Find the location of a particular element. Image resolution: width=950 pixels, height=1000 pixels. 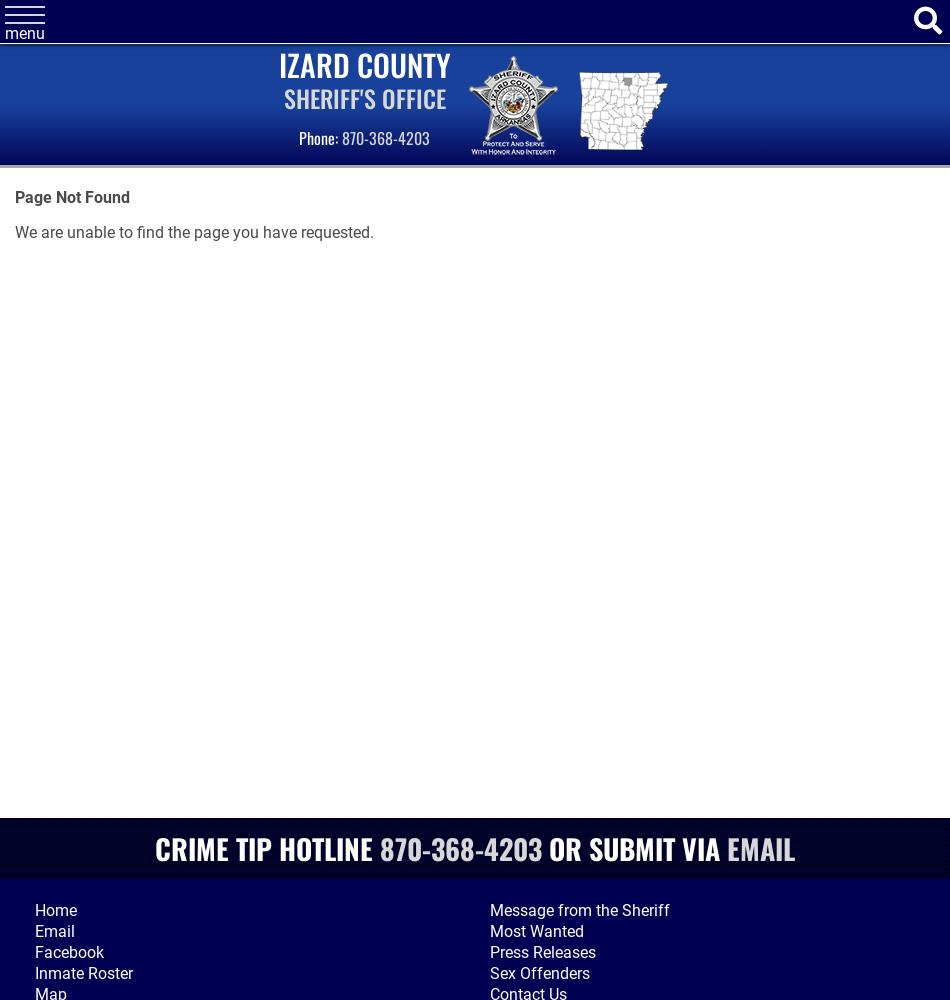

'Submit Via' is located at coordinates (657, 847).